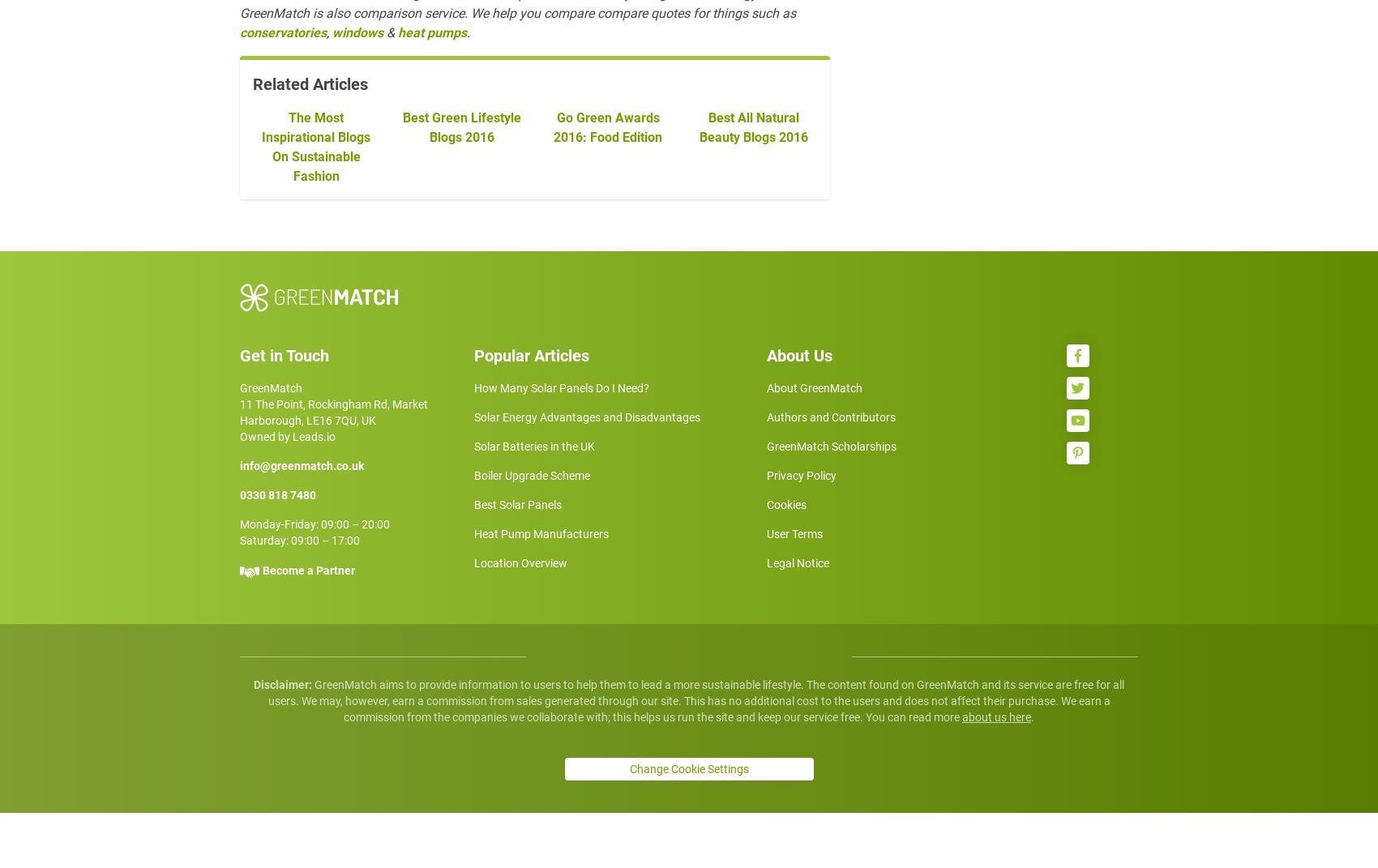 This screenshot has height=868, width=1378. What do you see at coordinates (797, 626) in the screenshot?
I see `'Legal Notice'` at bounding box center [797, 626].